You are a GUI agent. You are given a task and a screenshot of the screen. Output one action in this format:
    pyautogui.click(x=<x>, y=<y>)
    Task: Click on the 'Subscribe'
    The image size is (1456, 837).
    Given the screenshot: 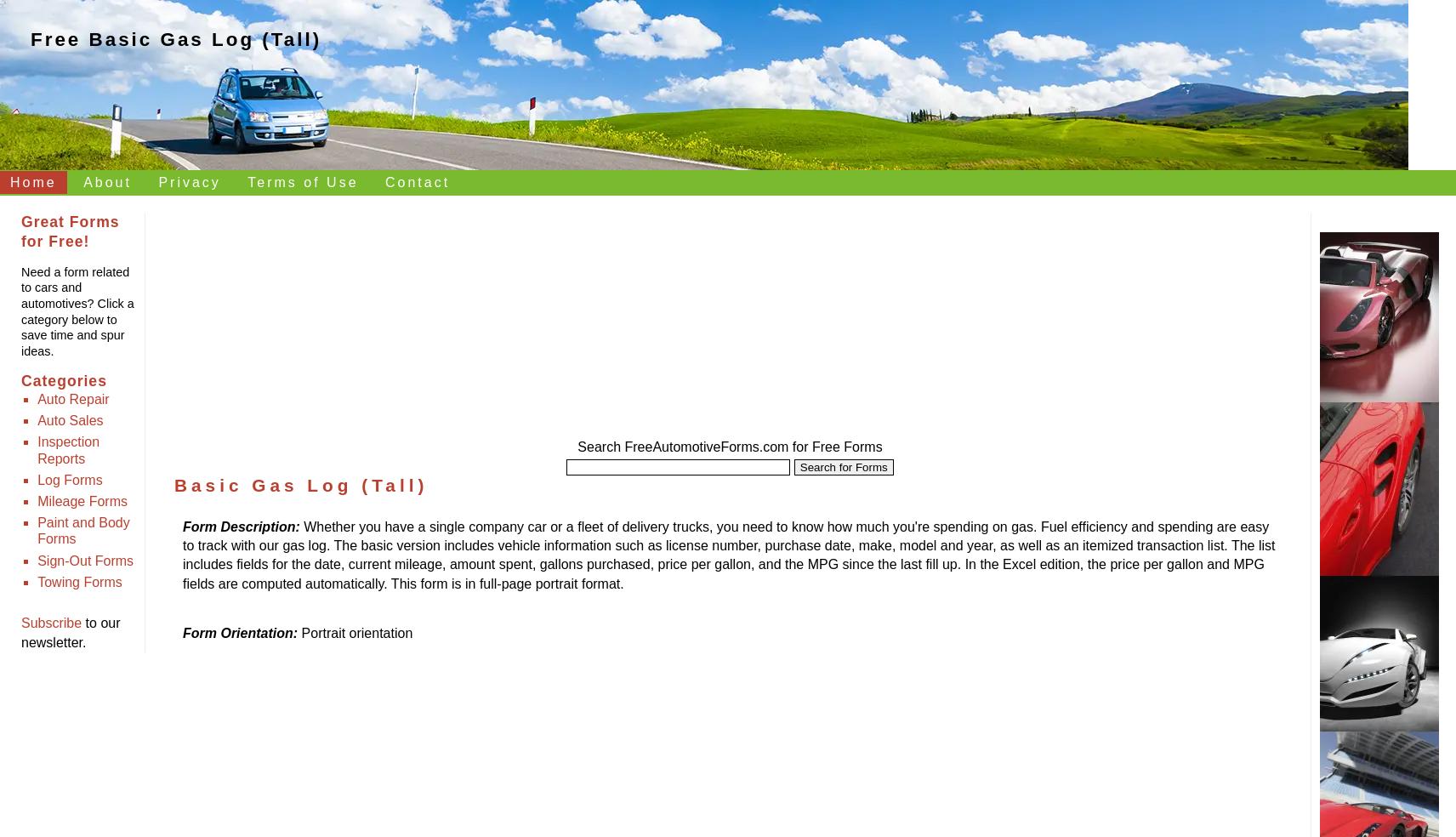 What is the action you would take?
    pyautogui.click(x=50, y=623)
    